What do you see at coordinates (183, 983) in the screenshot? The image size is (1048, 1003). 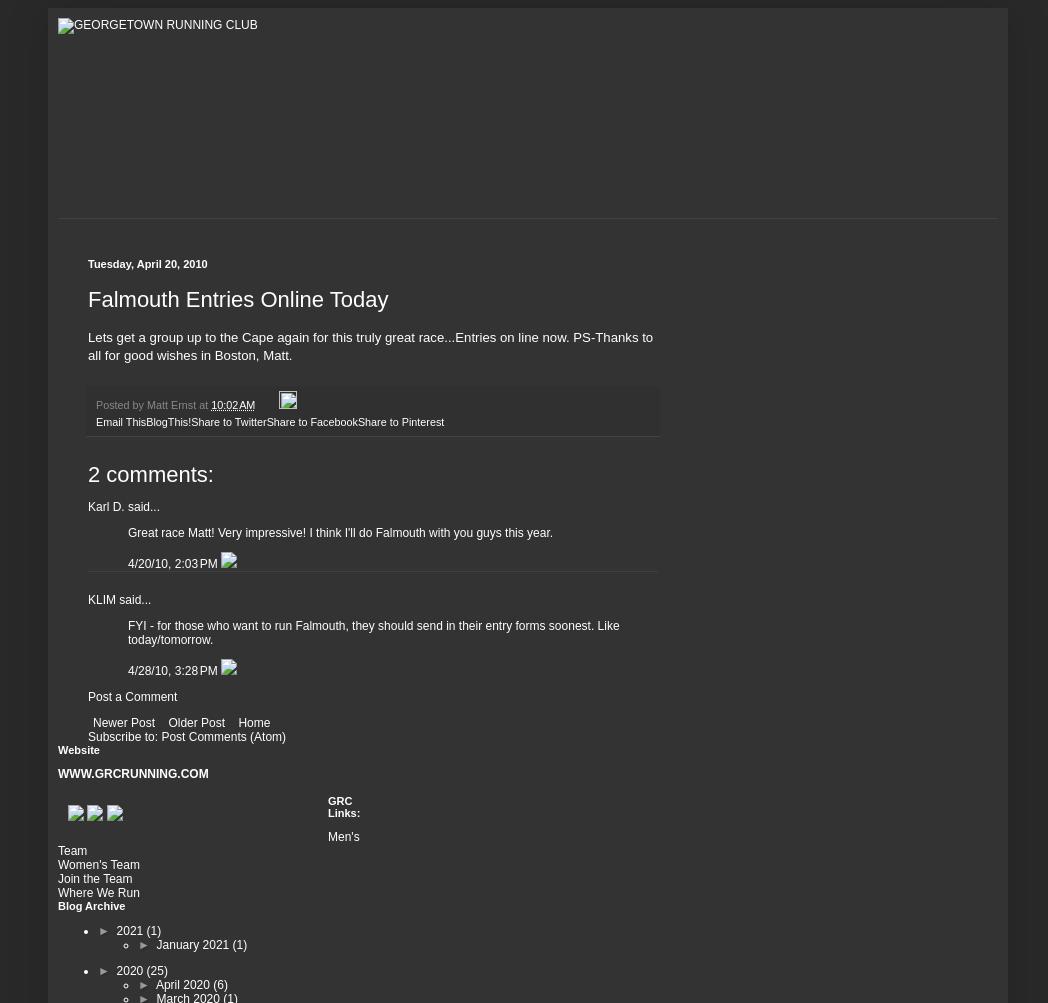 I see `'April 2020'` at bounding box center [183, 983].